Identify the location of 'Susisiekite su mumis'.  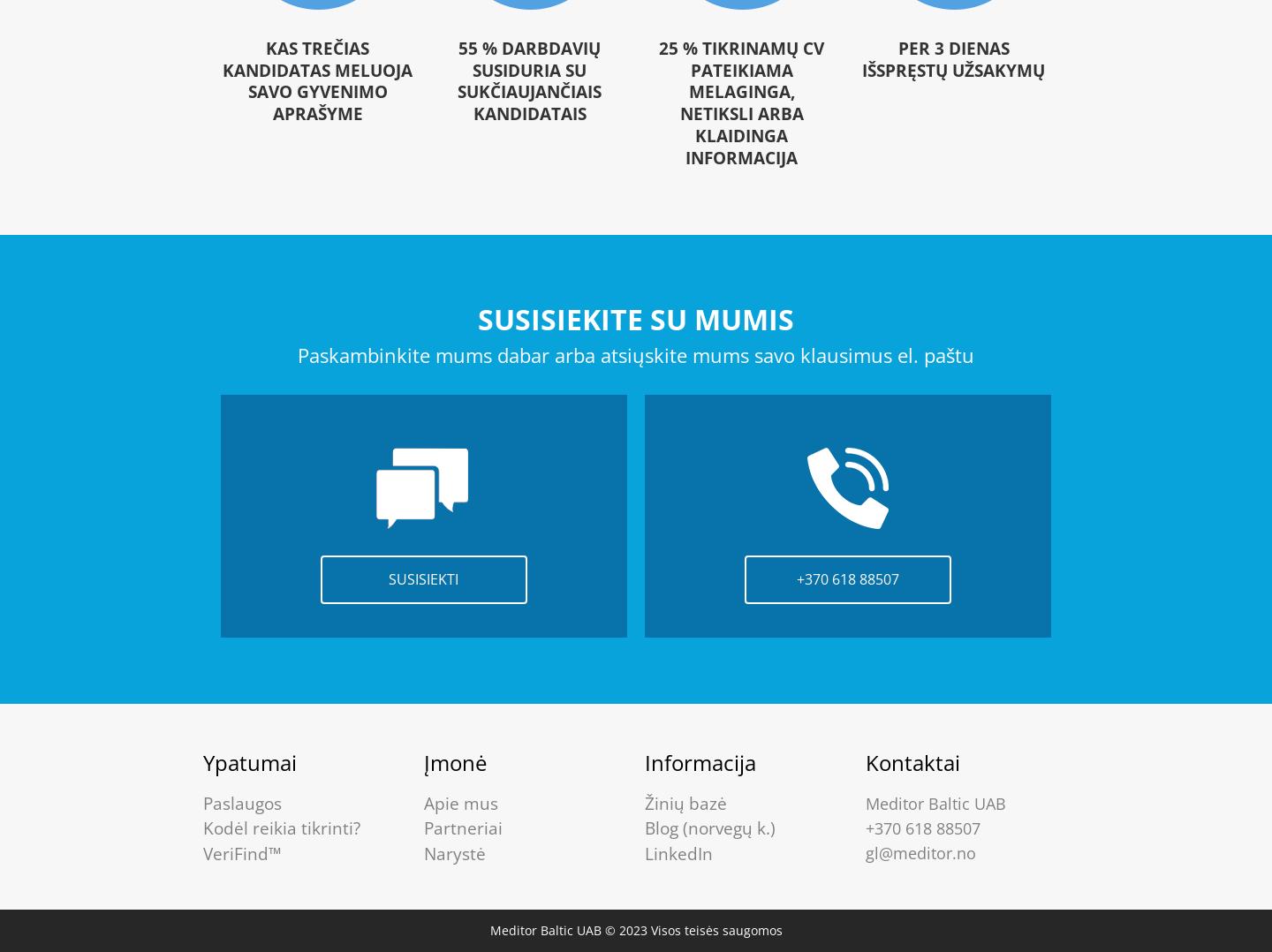
(636, 319).